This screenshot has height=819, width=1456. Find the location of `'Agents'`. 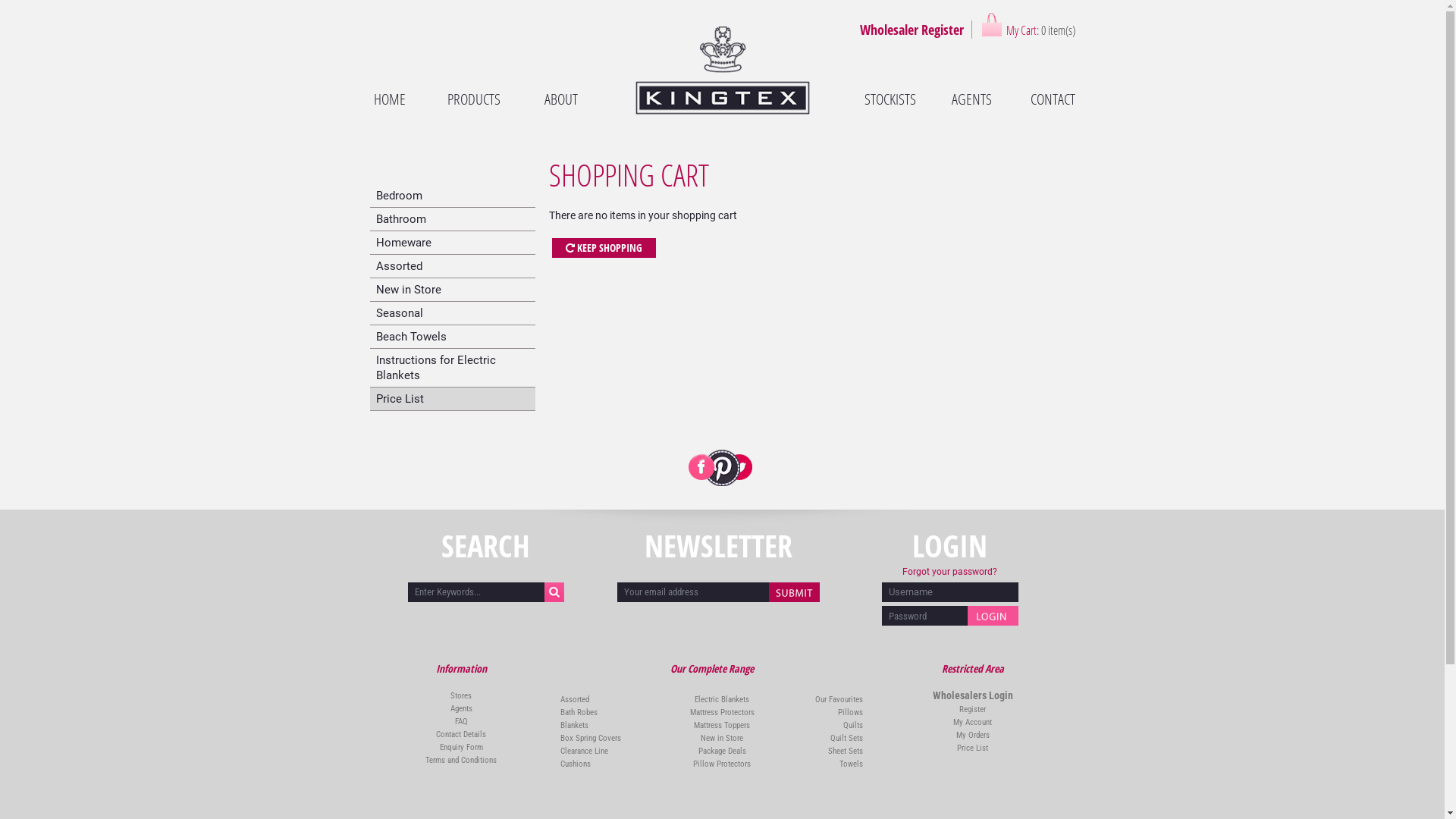

'Agents' is located at coordinates (460, 708).